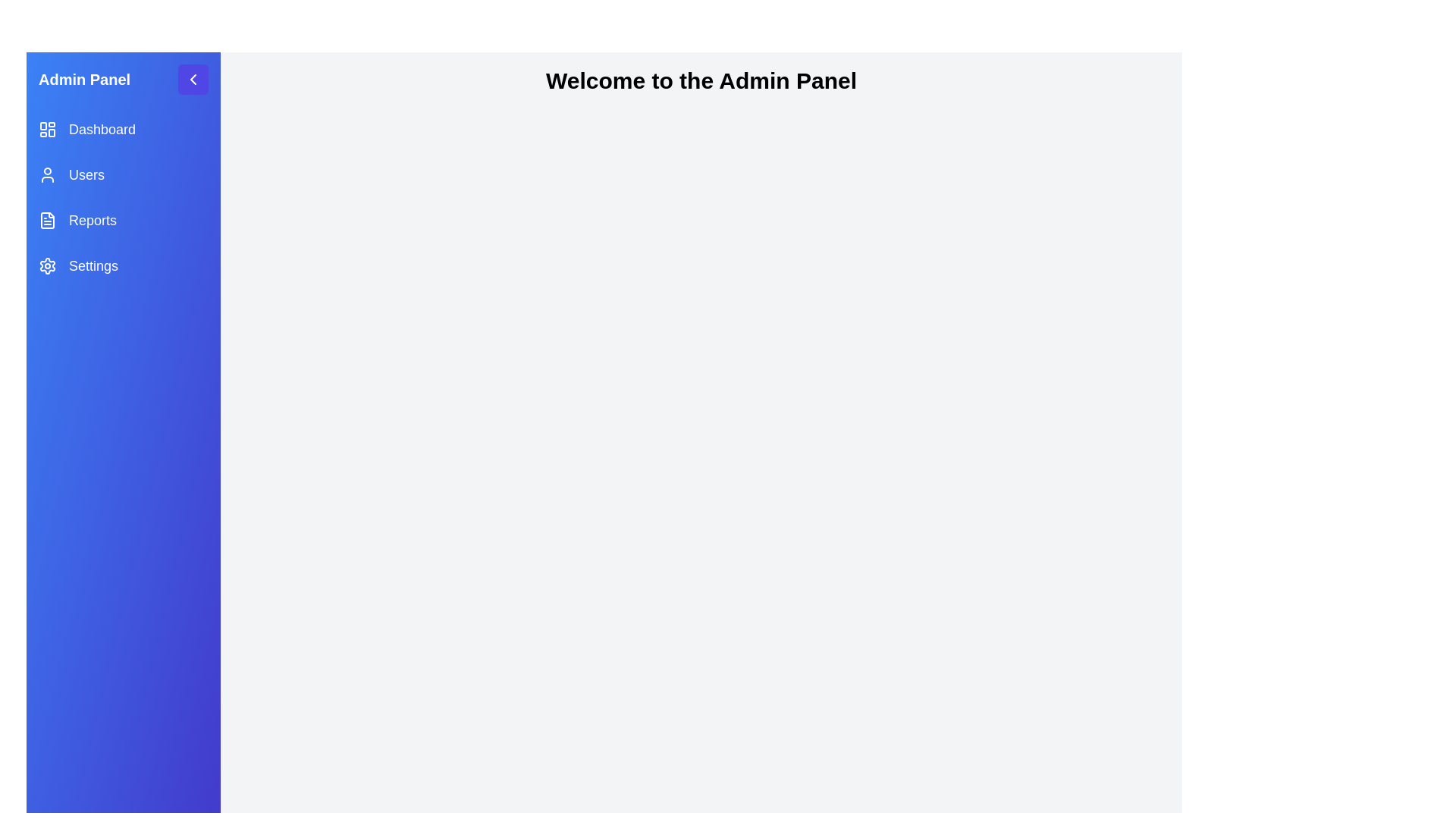 This screenshot has width=1456, height=819. Describe the element at coordinates (71, 174) in the screenshot. I see `the 'Users' navigation menu item, which is the second item in the vertical sidebar menu, to potentially reveal additional information or actions` at that location.